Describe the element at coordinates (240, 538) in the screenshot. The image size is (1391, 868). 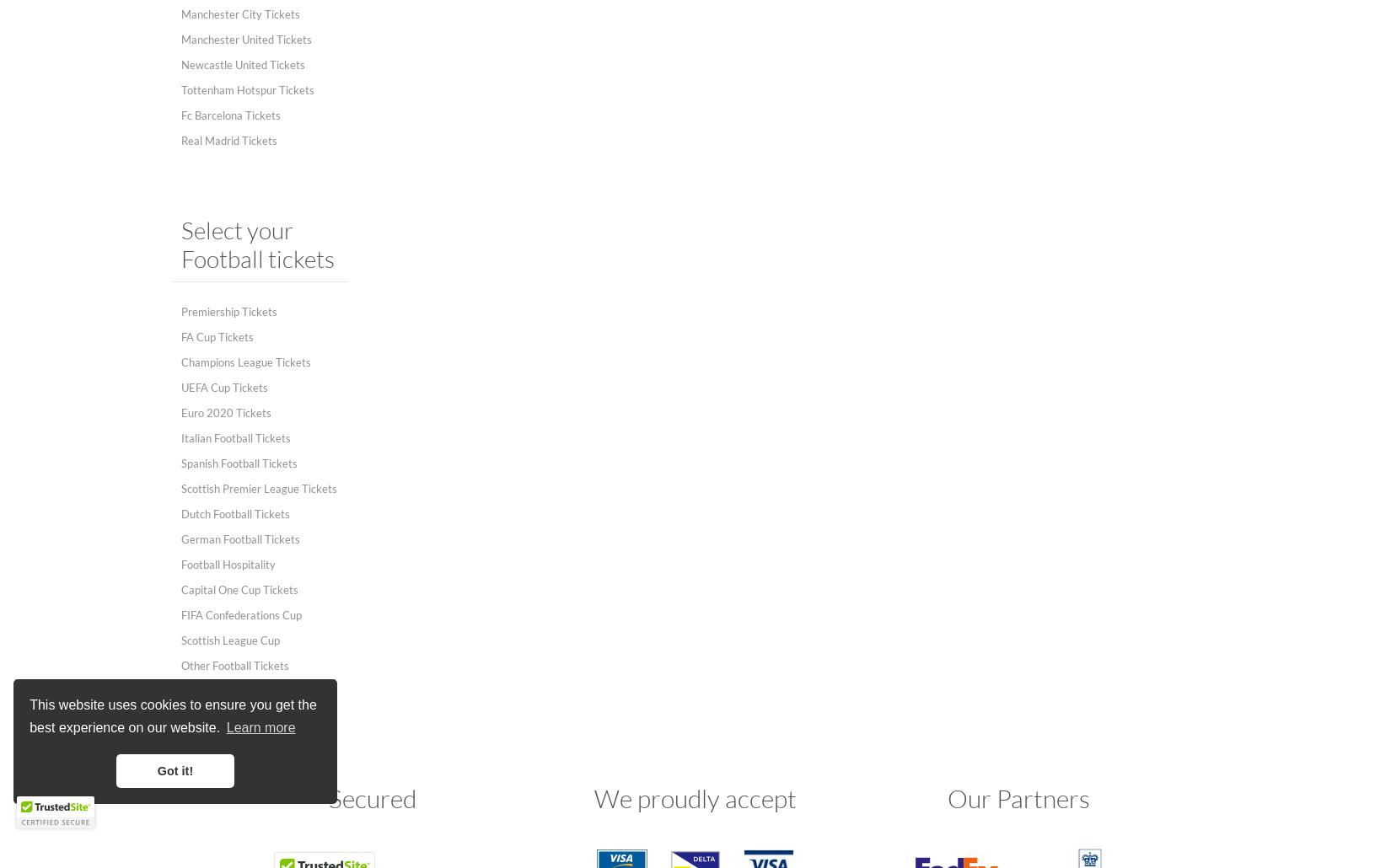
I see `'German Football Tickets'` at that location.